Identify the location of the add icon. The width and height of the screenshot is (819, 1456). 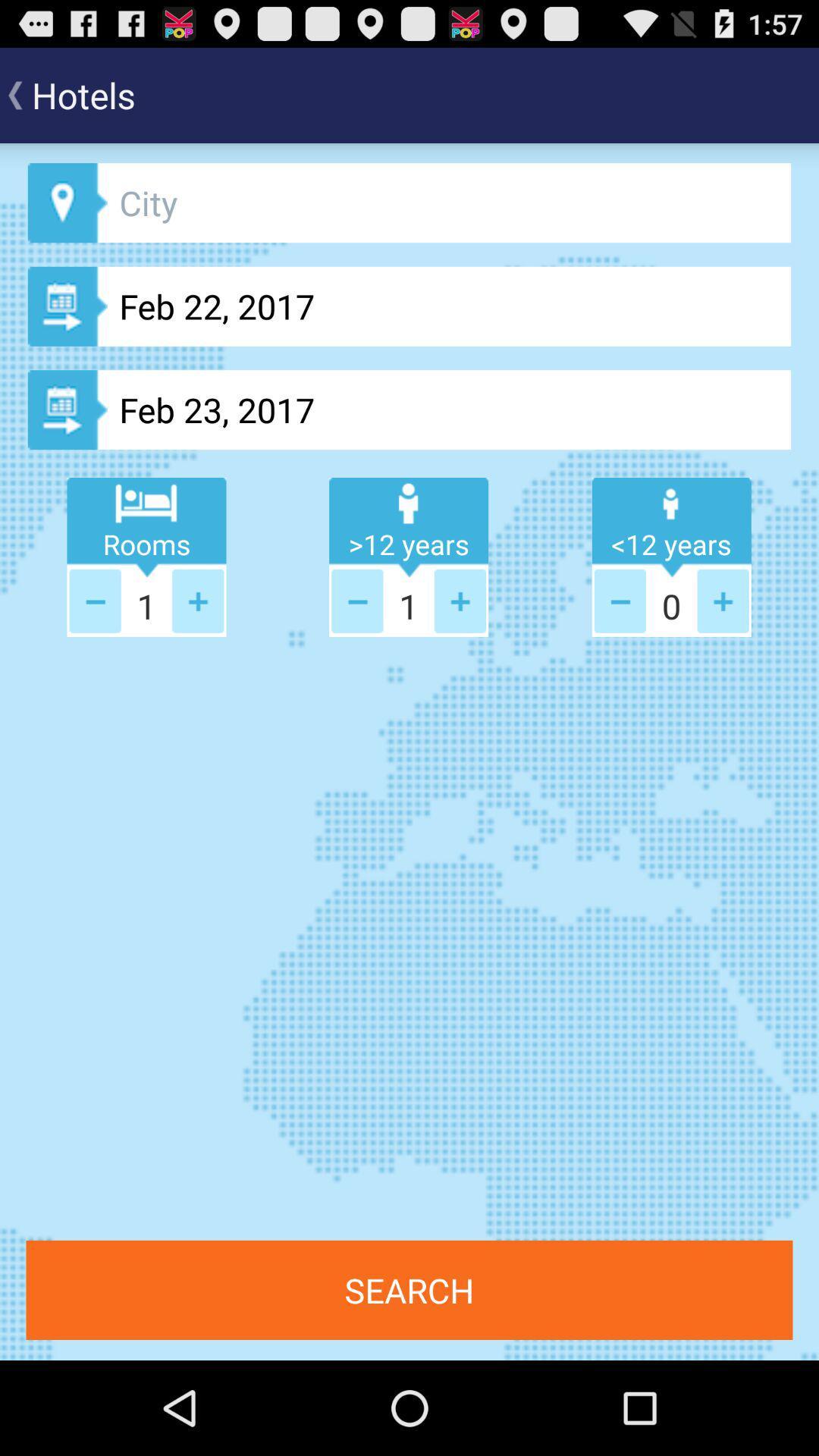
(460, 643).